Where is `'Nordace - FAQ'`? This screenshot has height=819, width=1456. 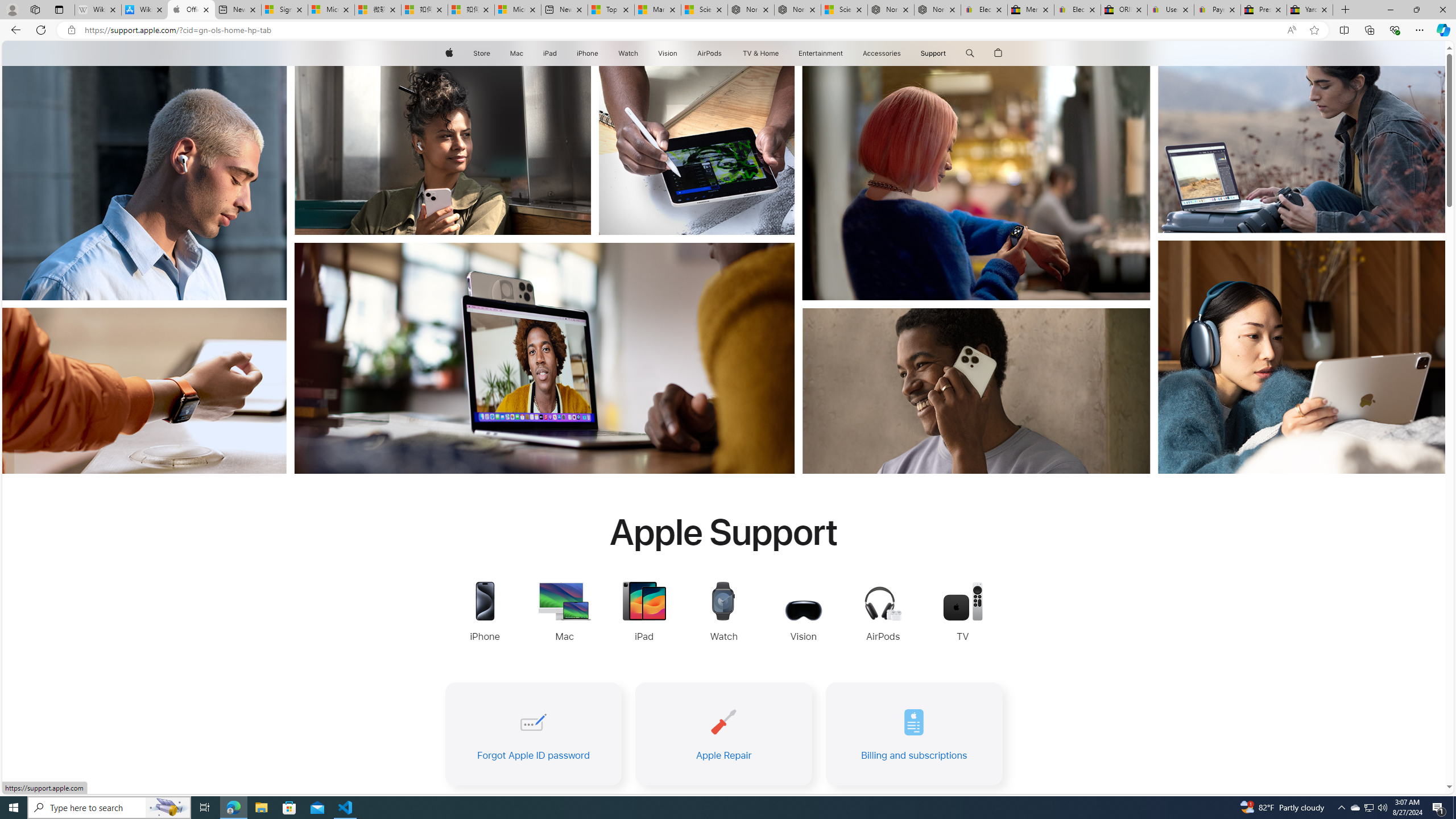 'Nordace - FAQ' is located at coordinates (937, 9).